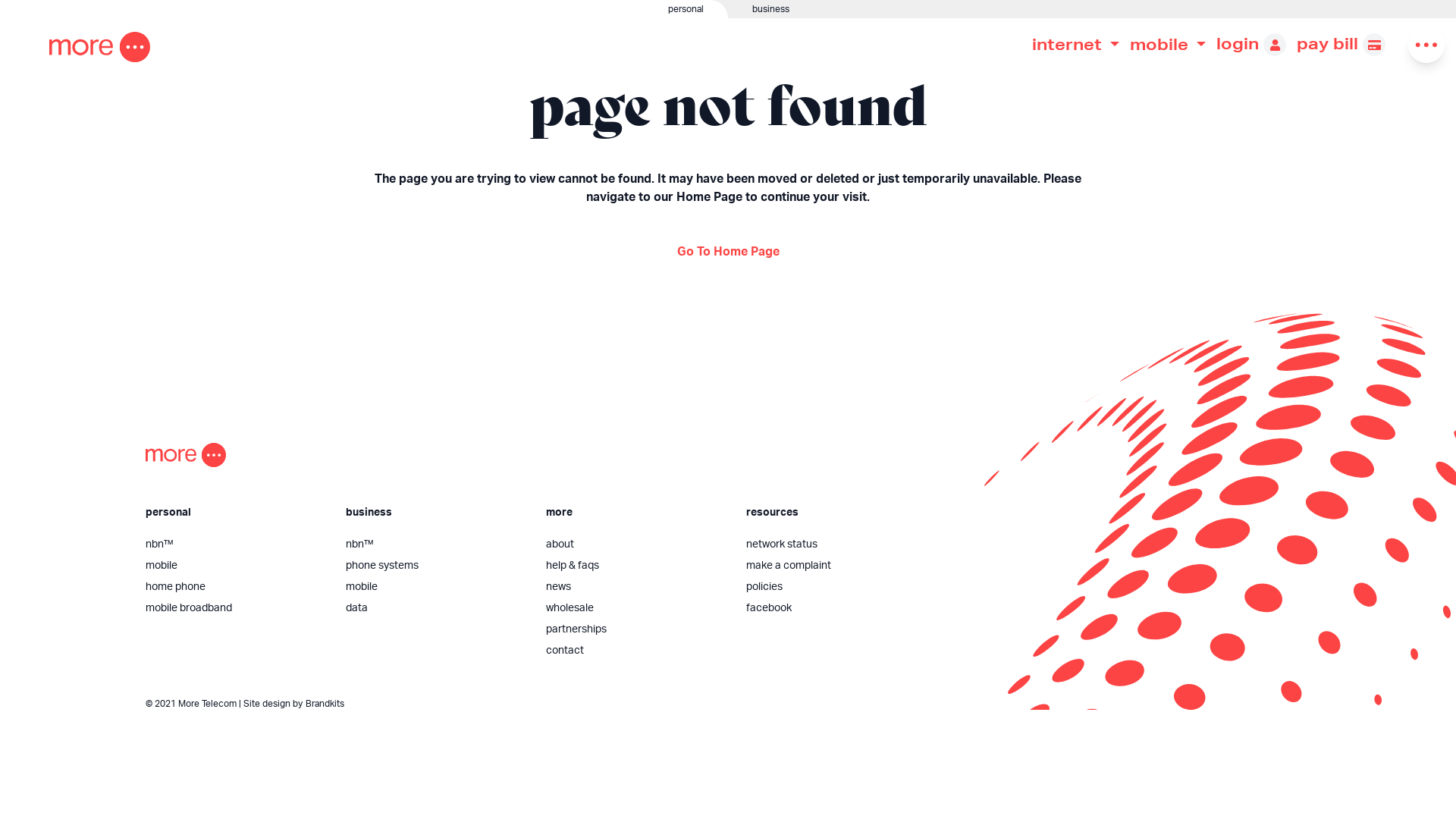 The height and width of the screenshot is (819, 1456). Describe the element at coordinates (232, 607) in the screenshot. I see `'mobile broadband'` at that location.